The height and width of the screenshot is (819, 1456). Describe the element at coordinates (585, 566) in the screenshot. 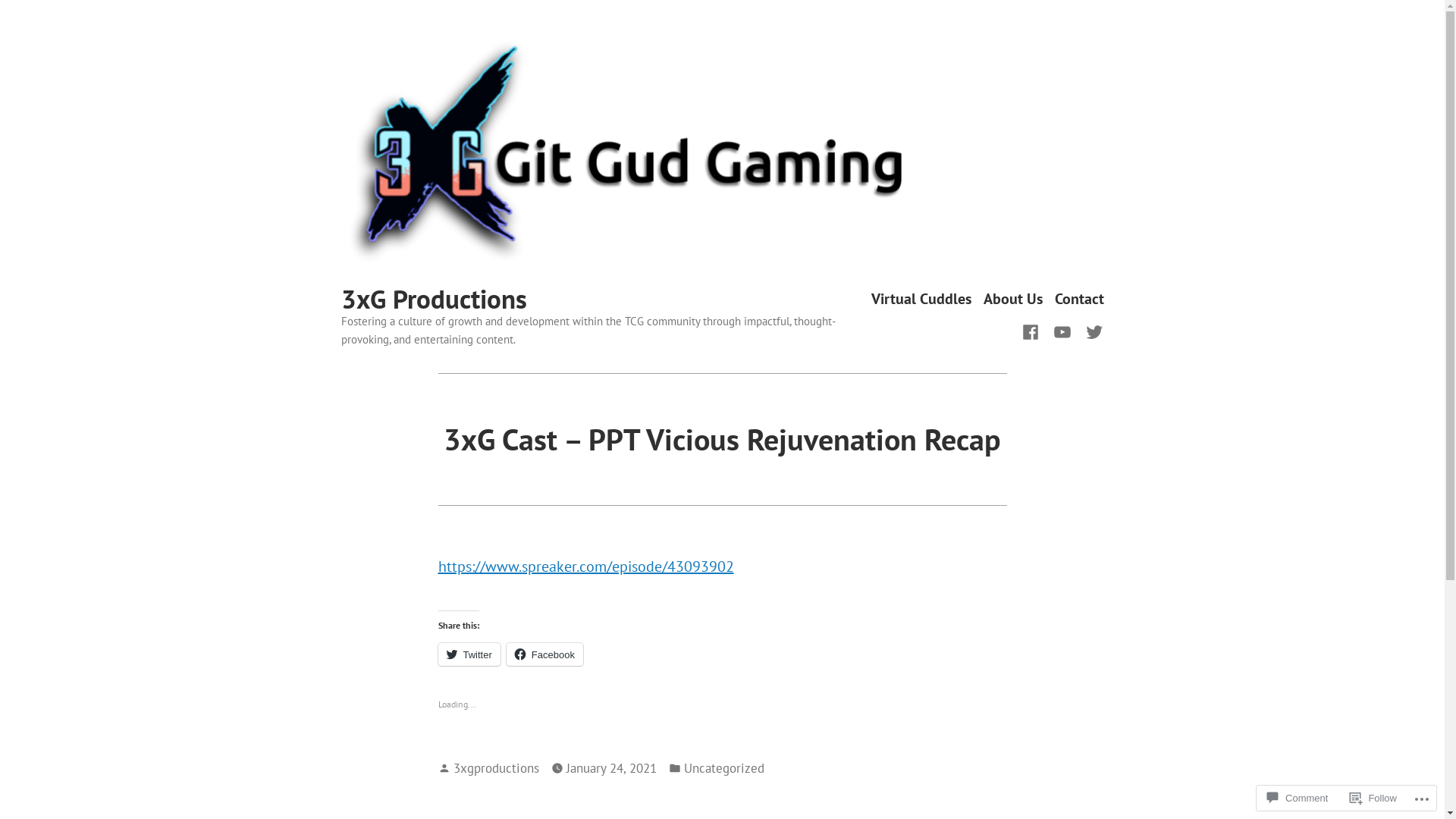

I see `'https://www.spreaker.com/episode/43093902'` at that location.